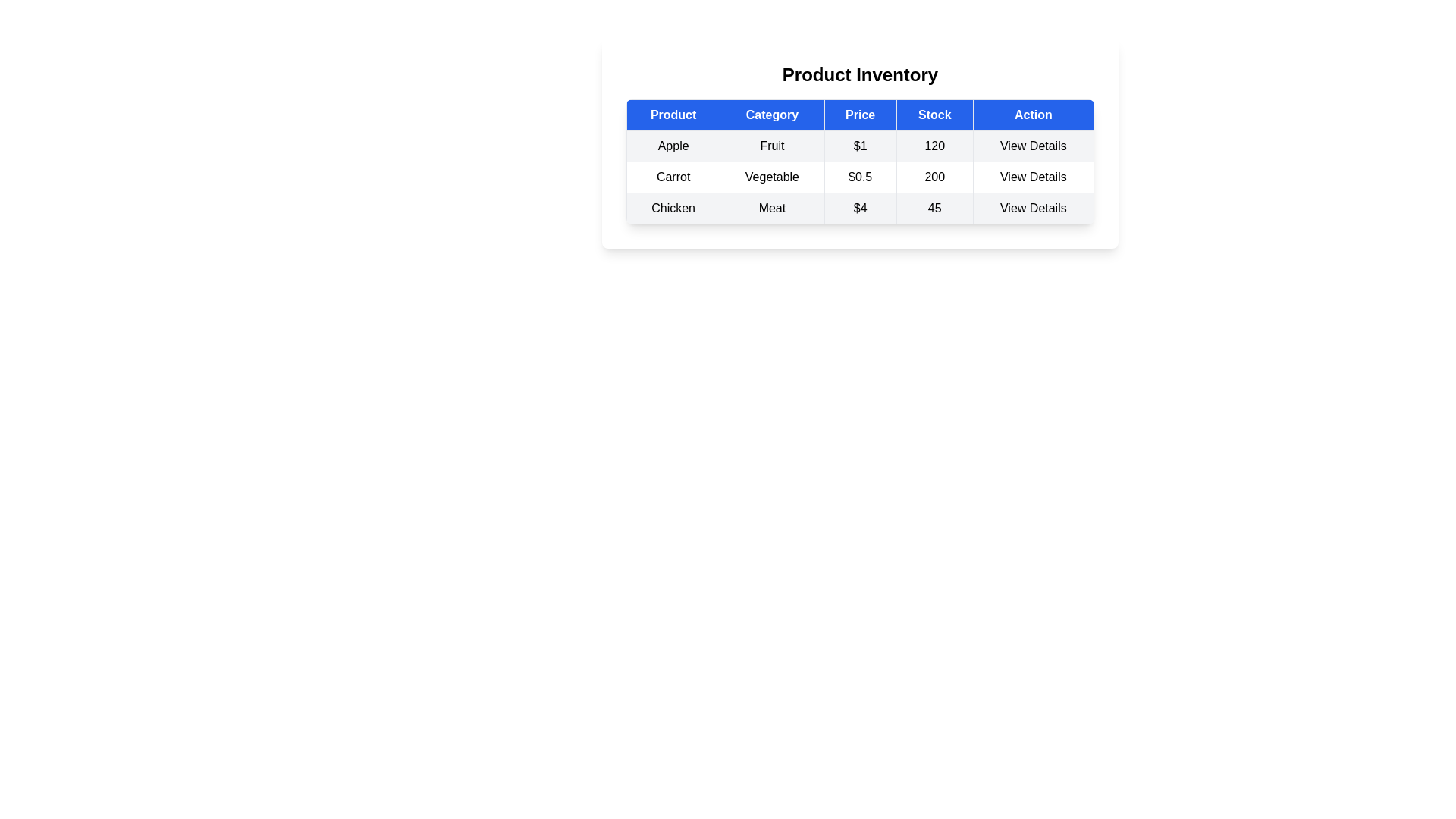  Describe the element at coordinates (860, 208) in the screenshot. I see `the row corresponding to Chicken` at that location.